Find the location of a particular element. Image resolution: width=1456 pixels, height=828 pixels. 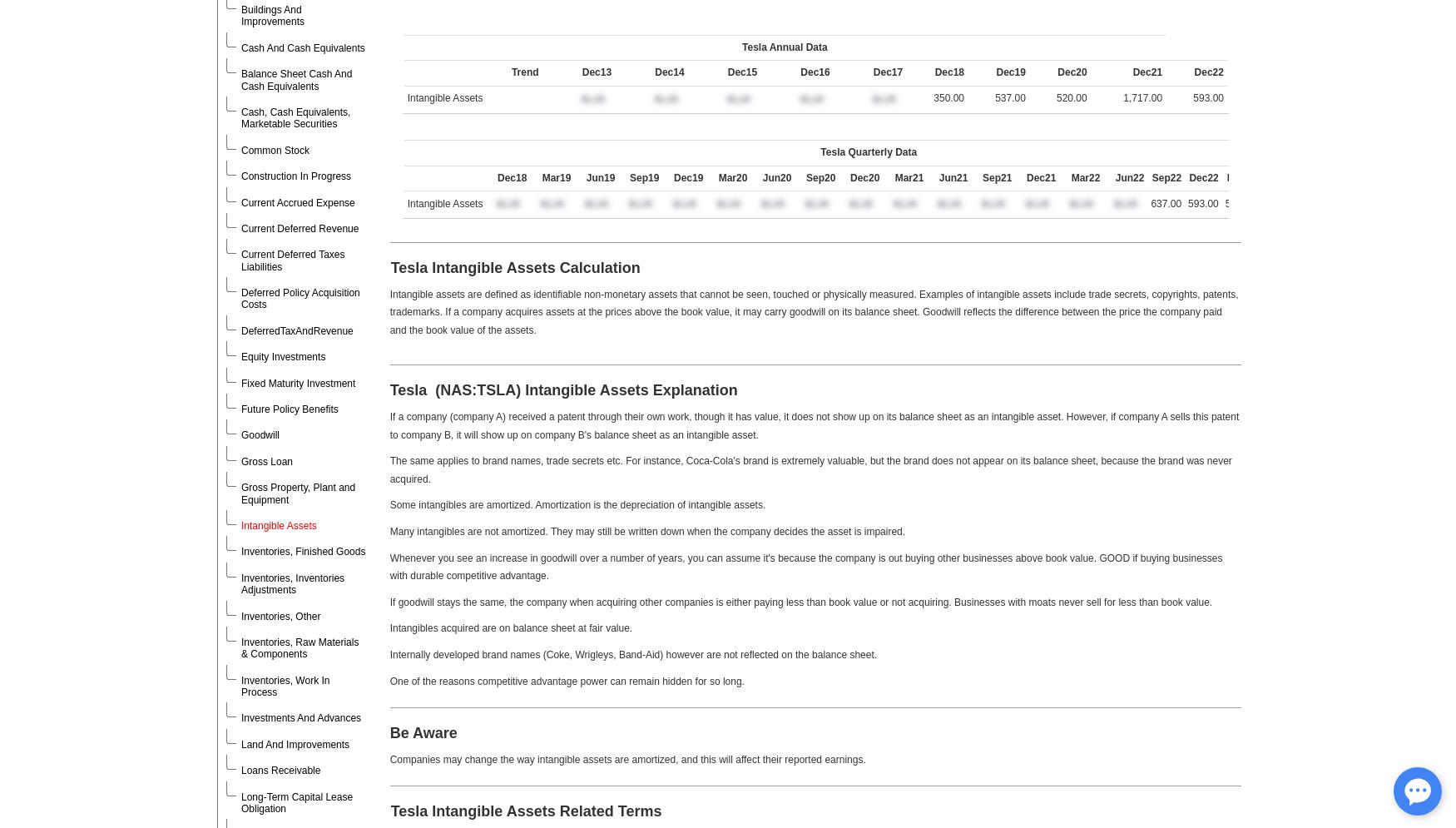

'Mar21' is located at coordinates (894, 176).